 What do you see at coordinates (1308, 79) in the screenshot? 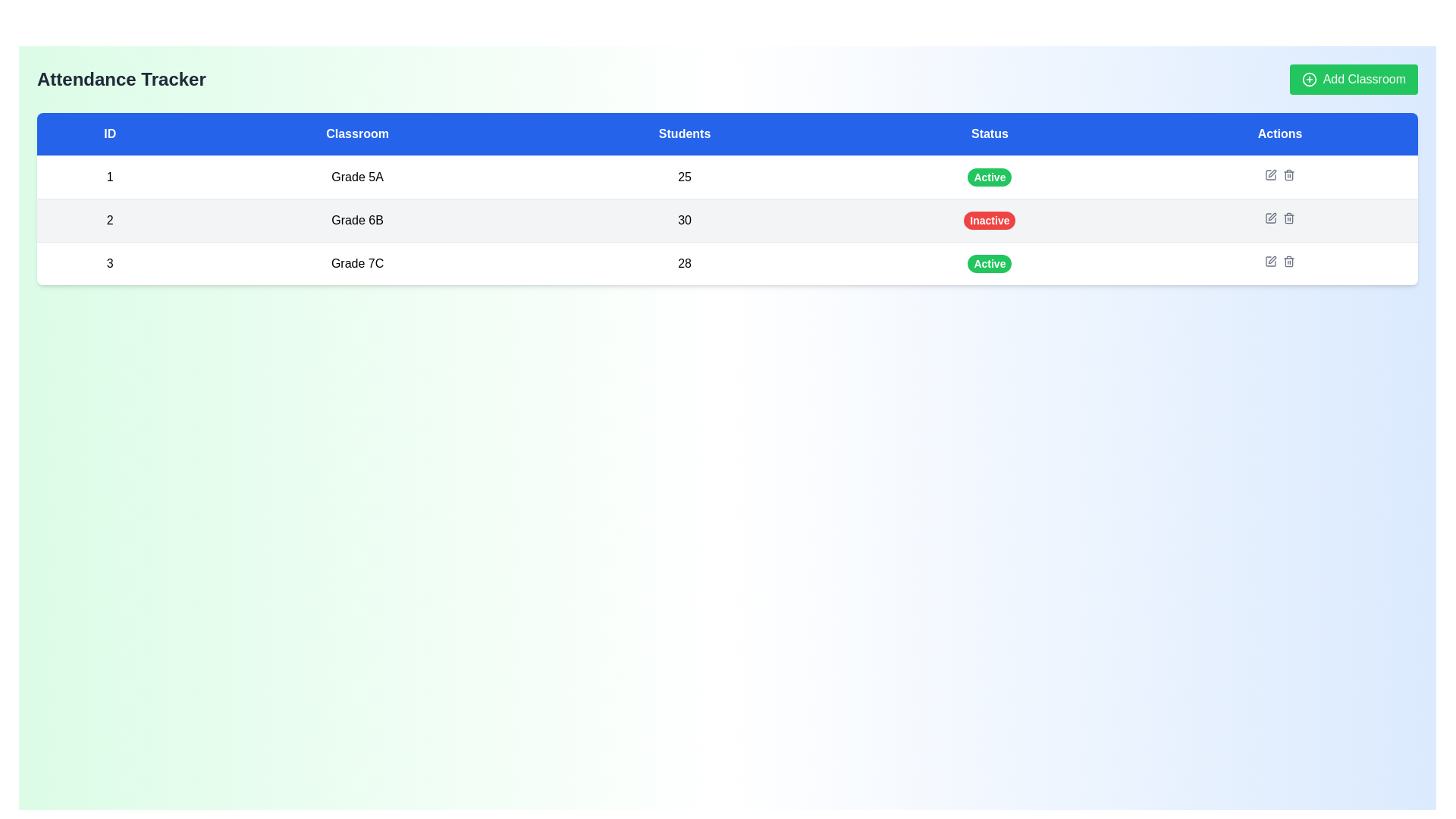
I see `the circular icon with a plus sign in its center, which is located within the 'Add Classroom' button on its left side adjacent to the text label` at bounding box center [1308, 79].